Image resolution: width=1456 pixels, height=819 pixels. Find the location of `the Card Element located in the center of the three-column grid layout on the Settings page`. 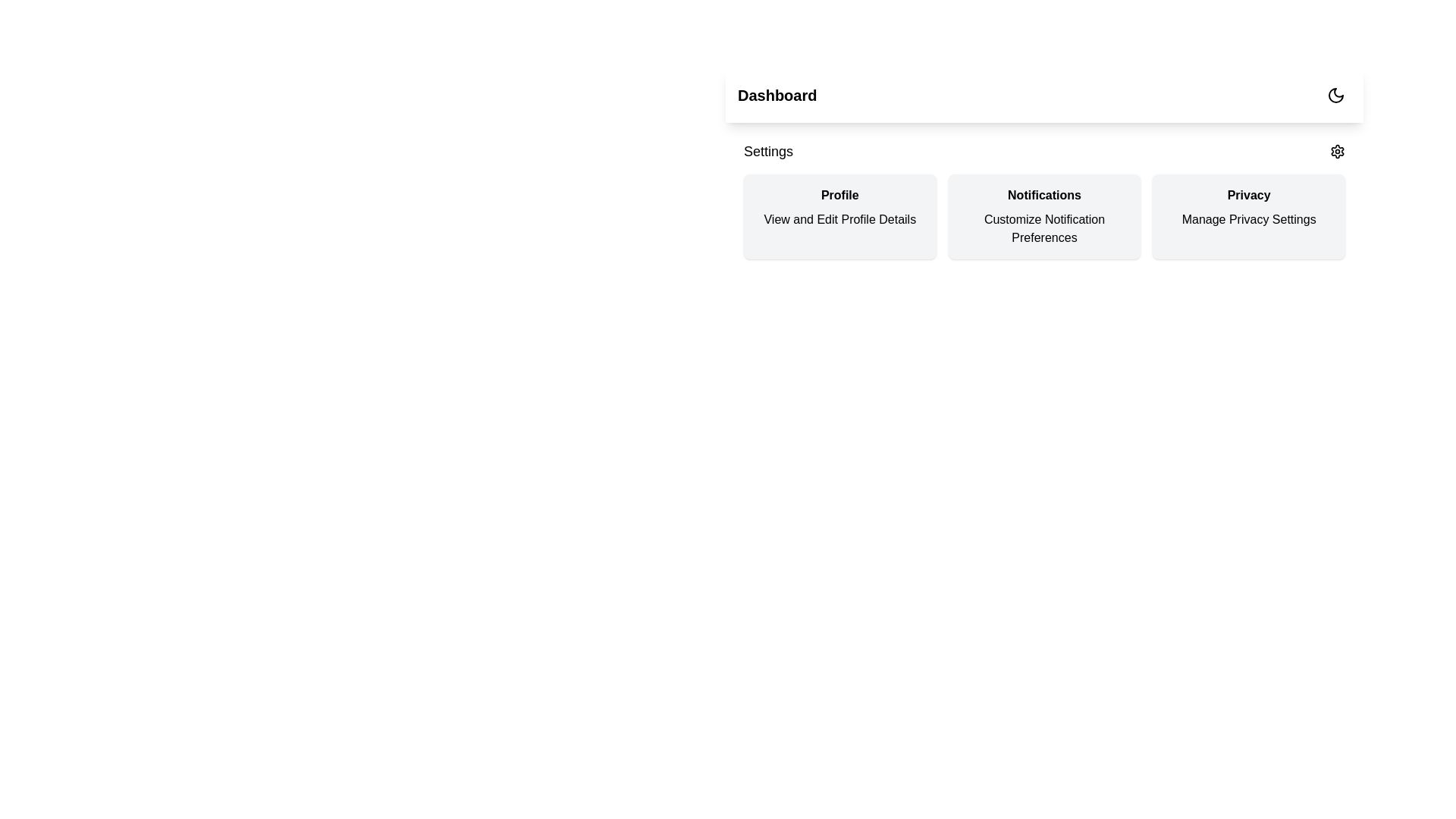

the Card Element located in the center of the three-column grid layout on the Settings page is located at coordinates (1043, 216).